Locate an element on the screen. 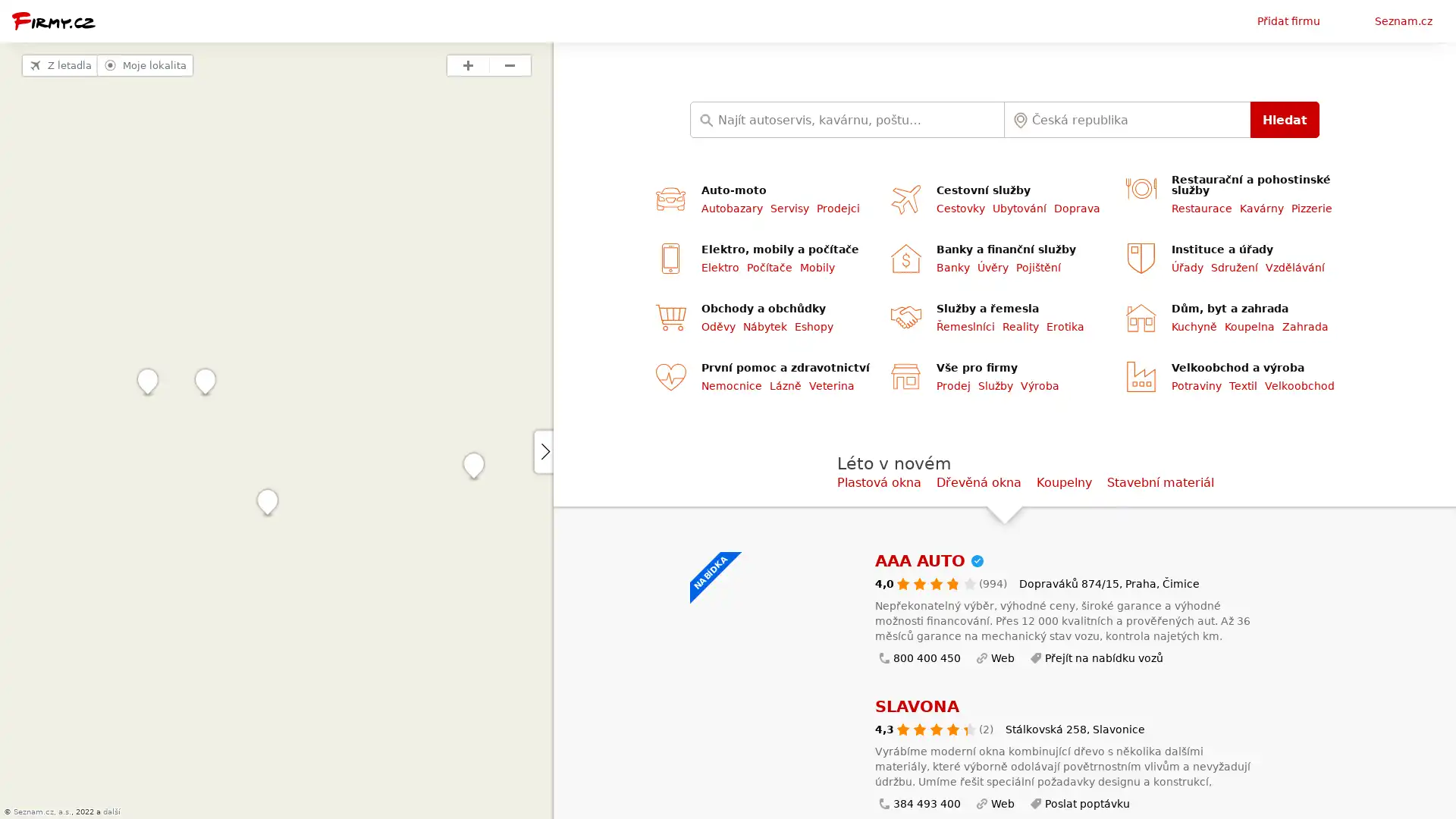  Priblizit is located at coordinates (466, 102).